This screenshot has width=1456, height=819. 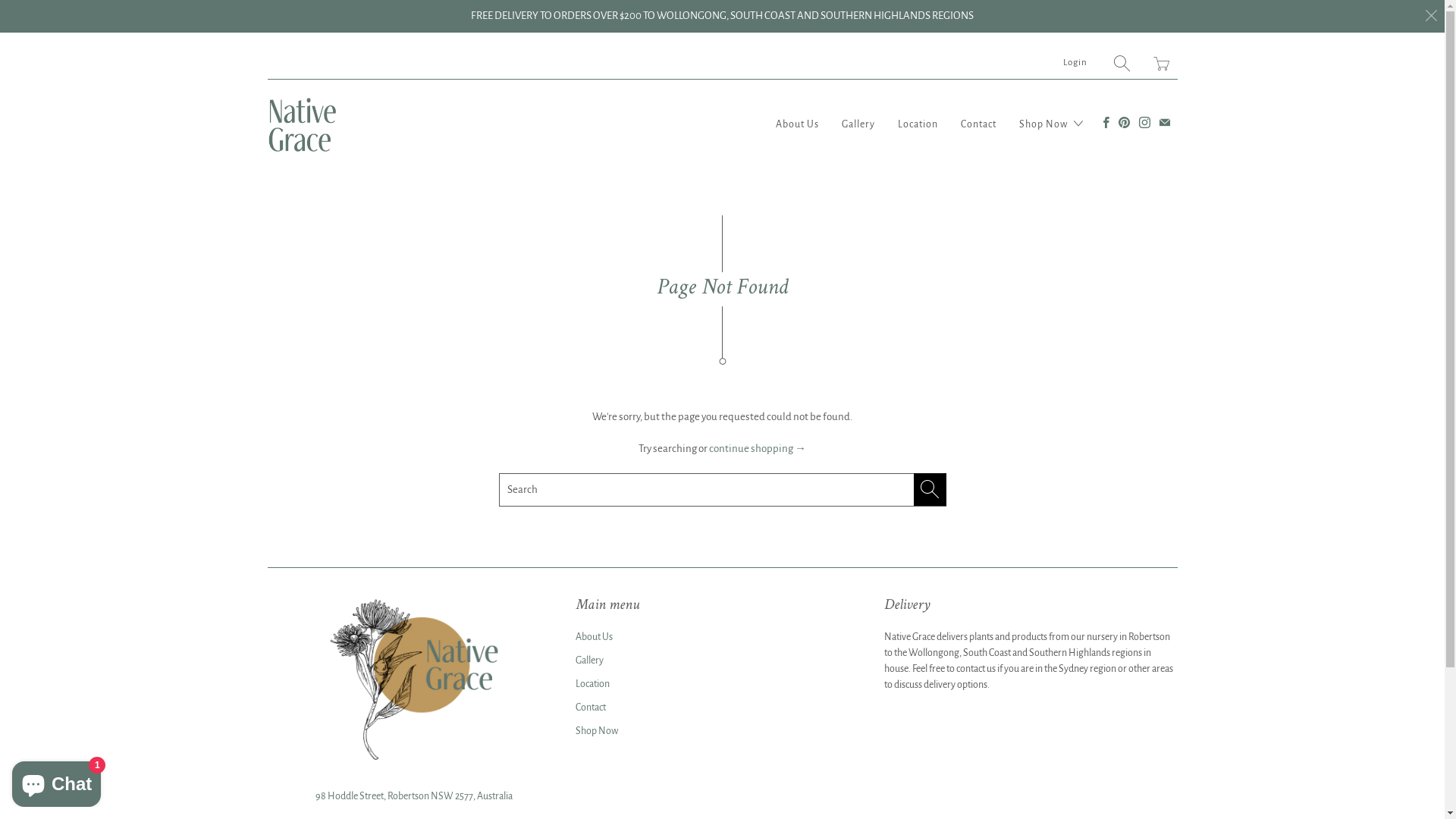 What do you see at coordinates (1121, 61) in the screenshot?
I see `'Search'` at bounding box center [1121, 61].